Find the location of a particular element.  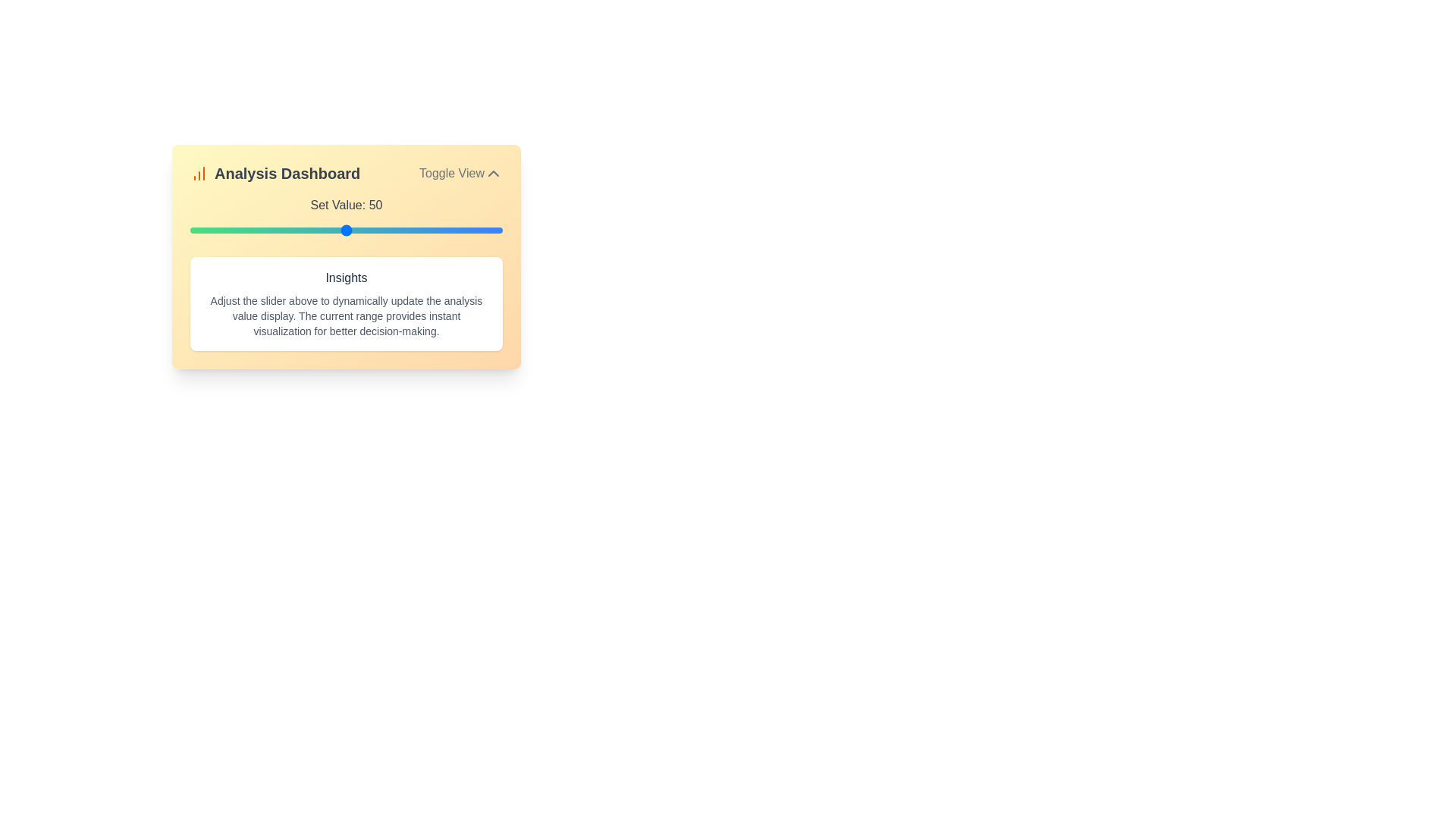

'Toggle View' button to toggle the visibility of the insights section is located at coordinates (460, 172).